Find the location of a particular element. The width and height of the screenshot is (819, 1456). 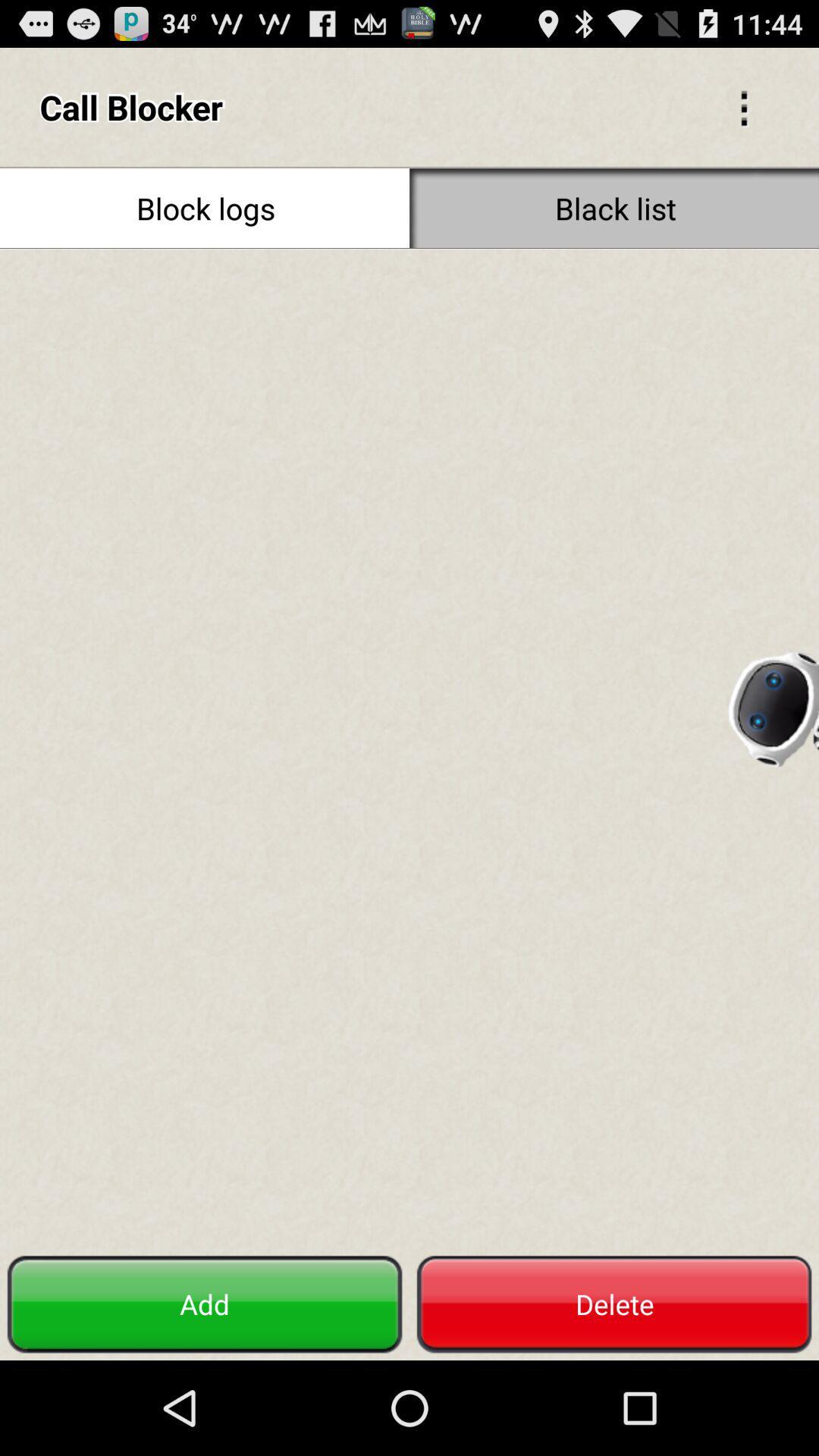

button at the bottom left corner is located at coordinates (205, 1304).